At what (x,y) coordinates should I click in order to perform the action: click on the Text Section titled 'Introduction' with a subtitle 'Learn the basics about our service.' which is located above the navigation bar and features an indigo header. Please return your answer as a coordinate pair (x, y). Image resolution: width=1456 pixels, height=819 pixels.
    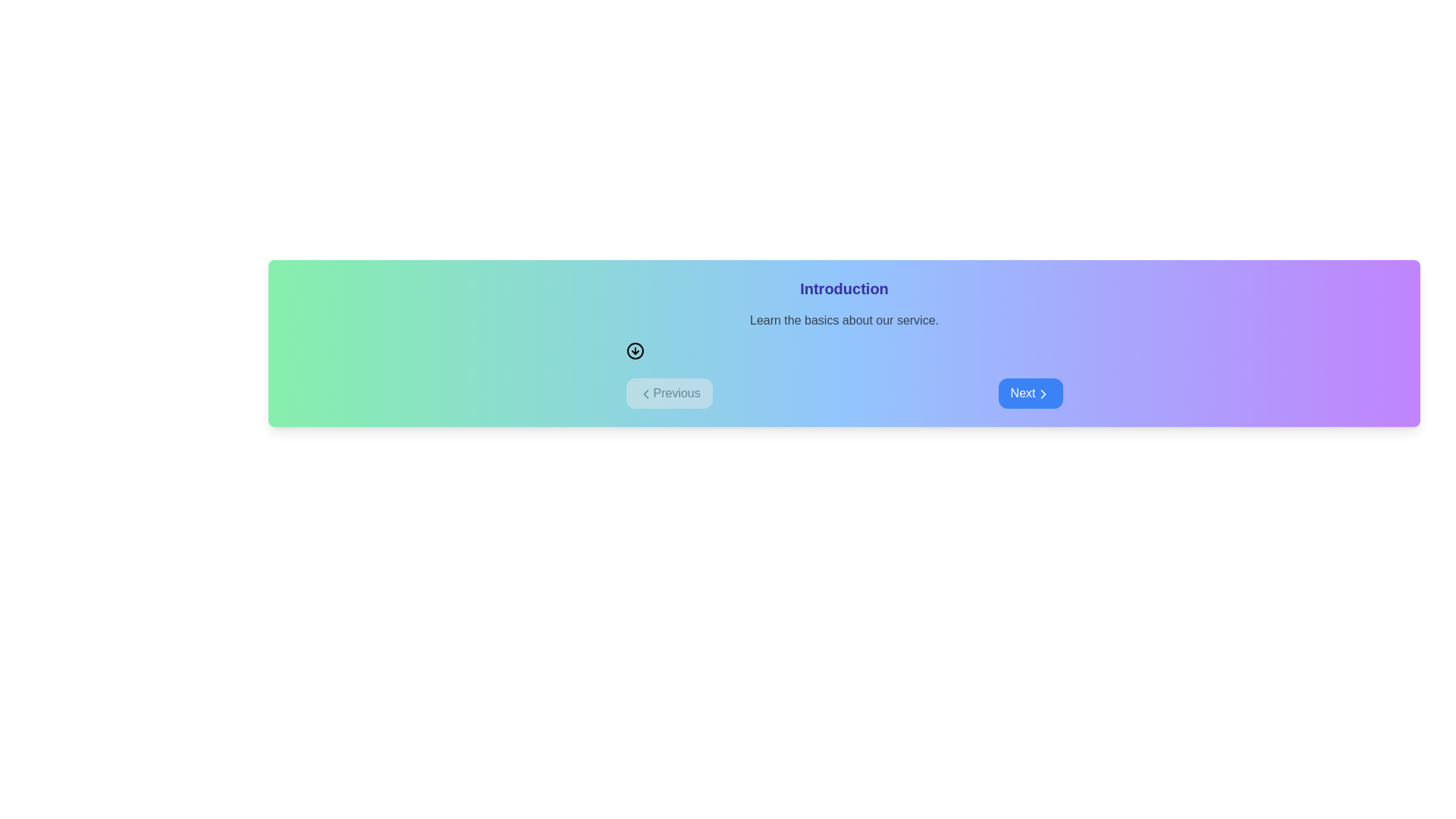
    Looking at the image, I should click on (843, 318).